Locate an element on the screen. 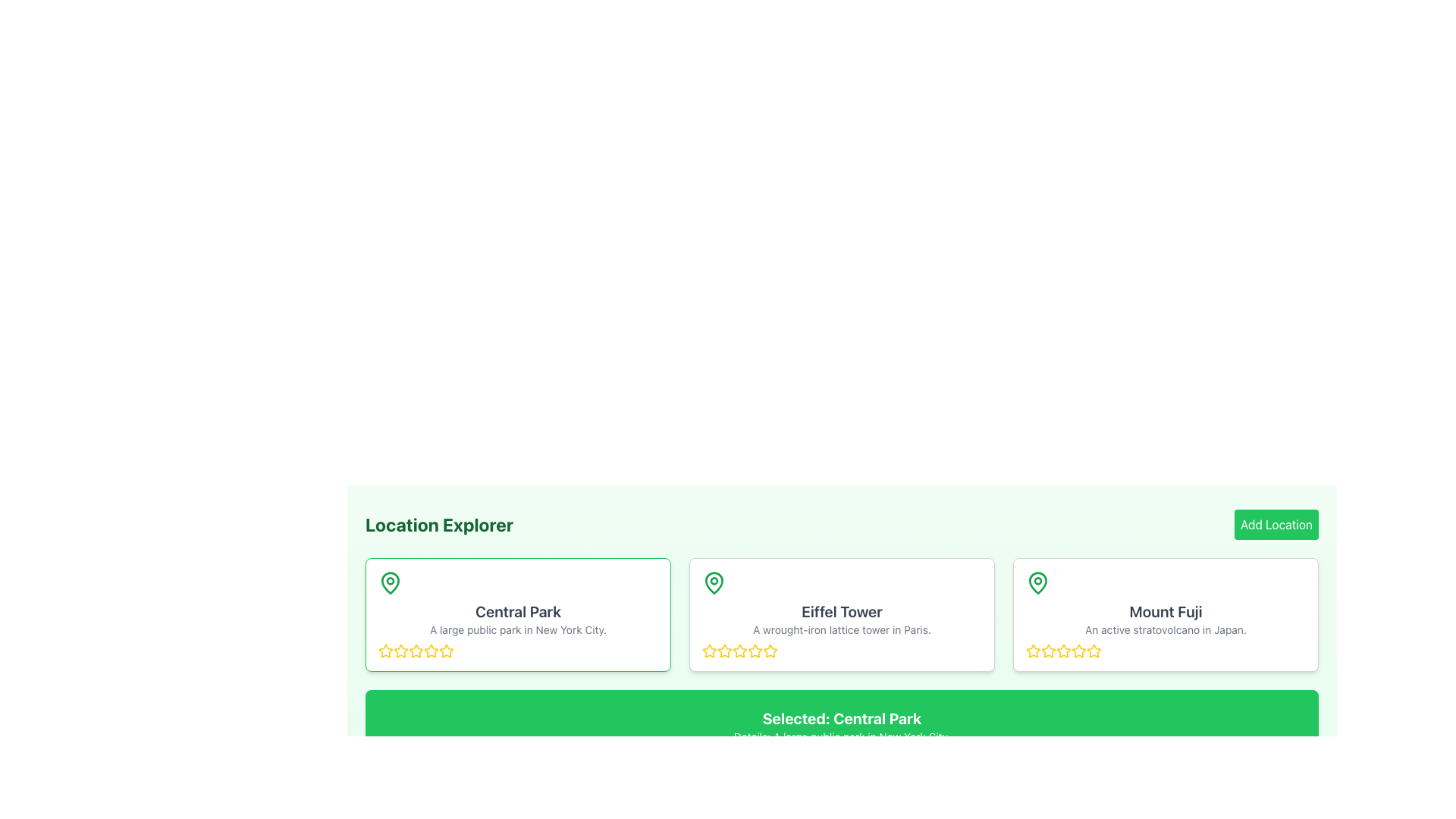 This screenshot has height=819, width=1456. the third yellow star icon in the five-star rating system located under the 'Eiffel Tower' card in the 'Location Explorer' interface is located at coordinates (739, 650).